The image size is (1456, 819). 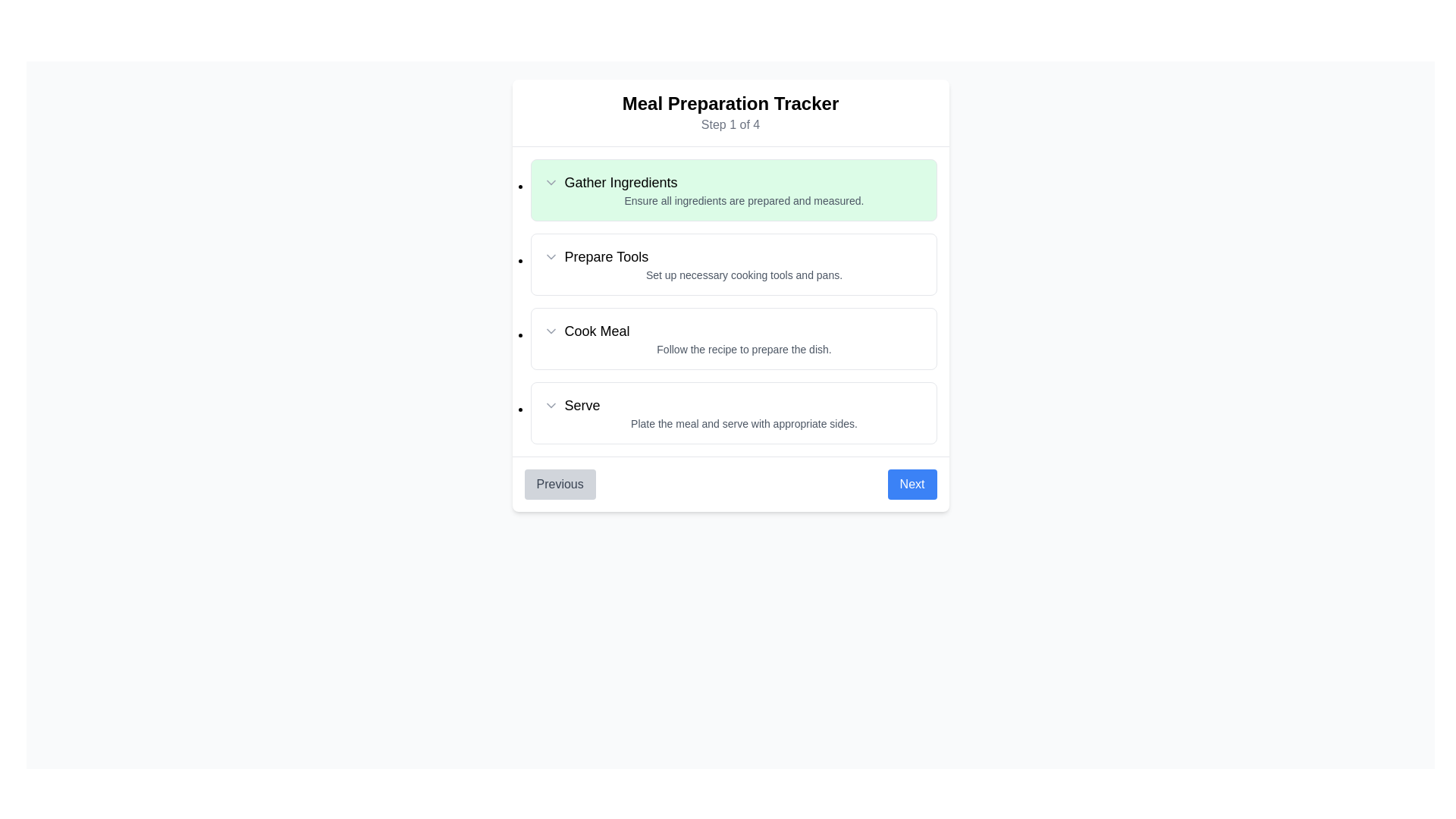 I want to click on instructions from the informational card titled 'Gather Ingredients', which is the first entry in the vertical list of steps, so click(x=733, y=189).